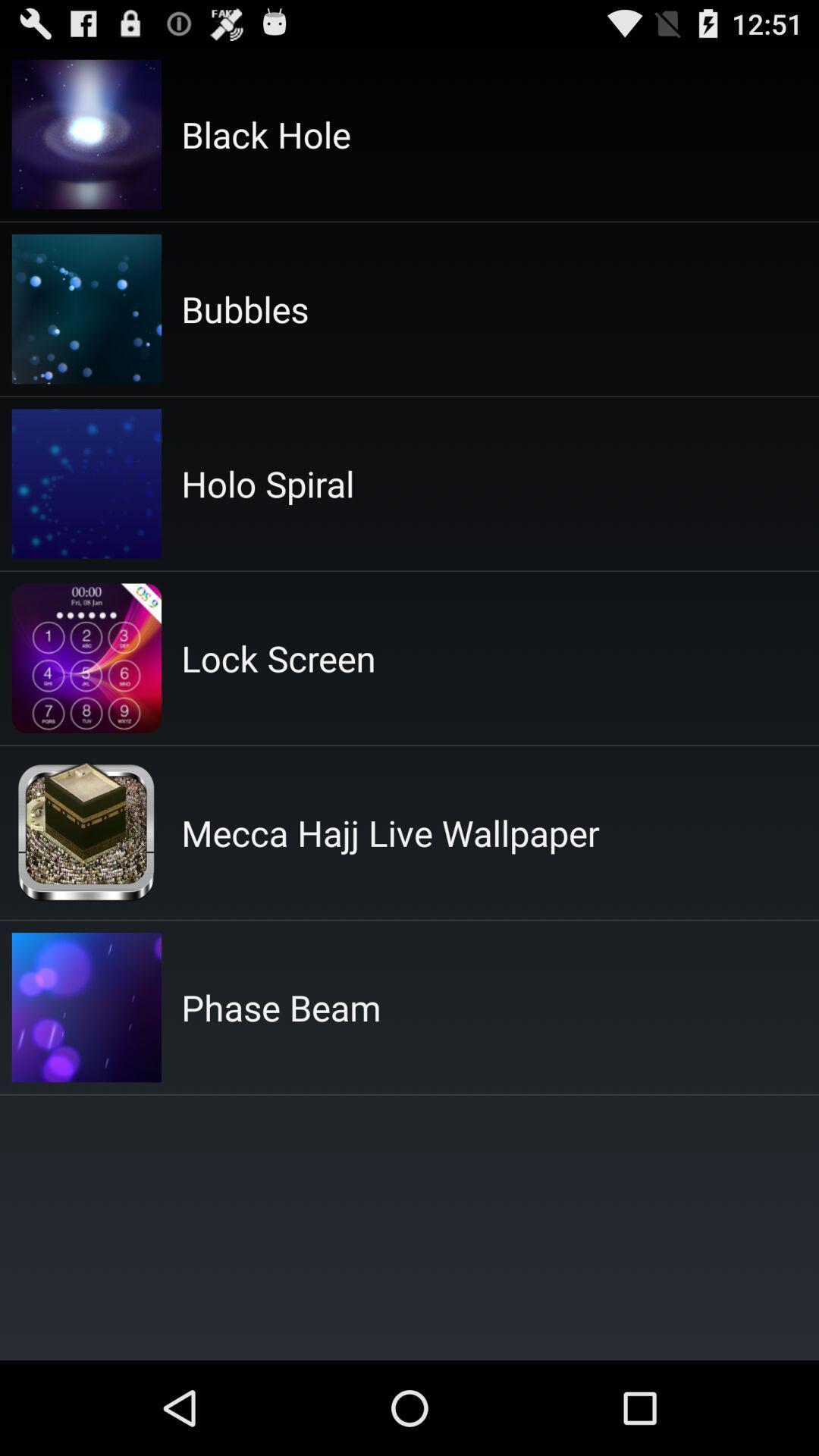 This screenshot has height=1456, width=819. I want to click on the bubbles item, so click(244, 308).